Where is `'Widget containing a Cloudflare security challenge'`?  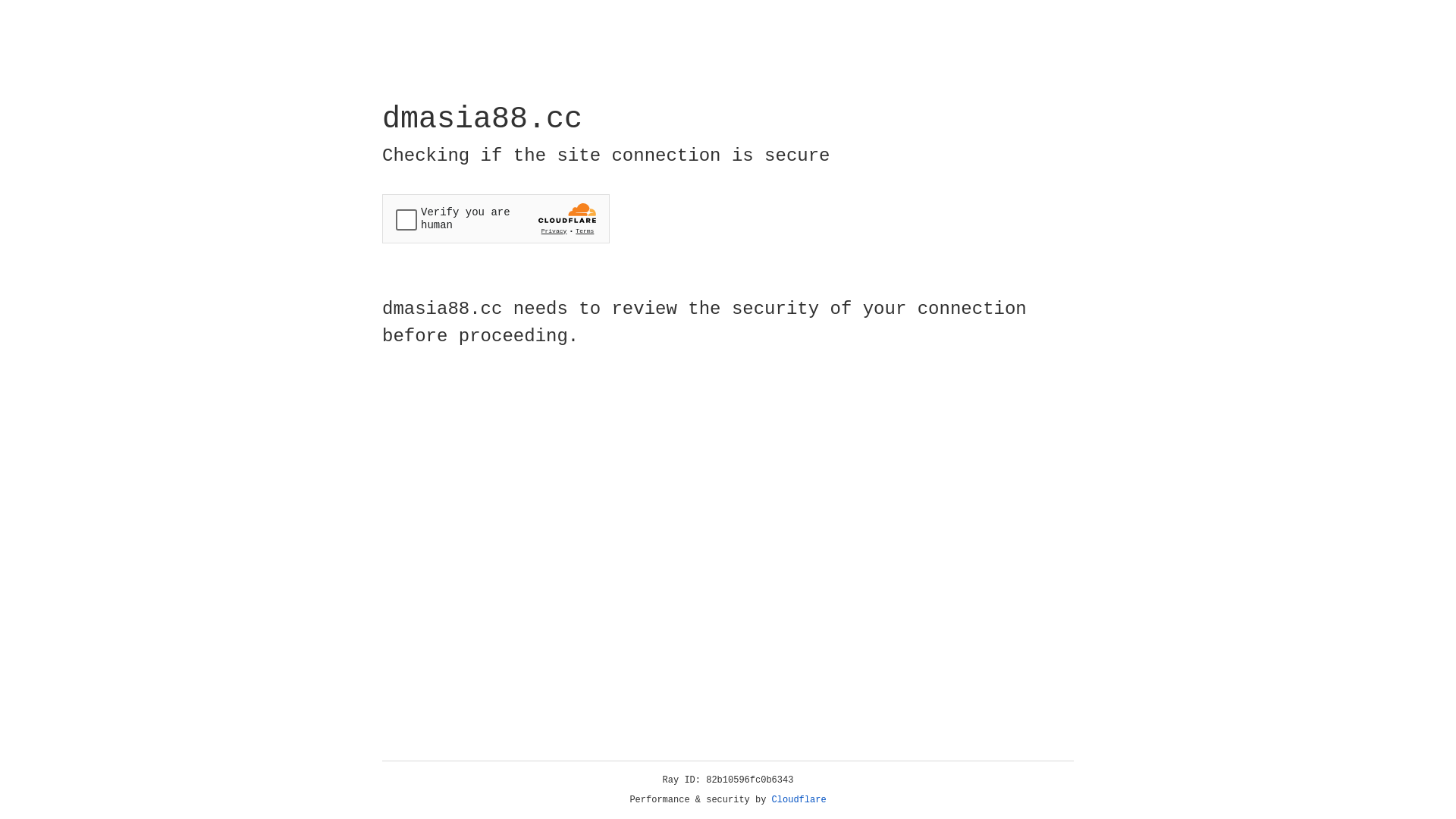 'Widget containing a Cloudflare security challenge' is located at coordinates (495, 218).